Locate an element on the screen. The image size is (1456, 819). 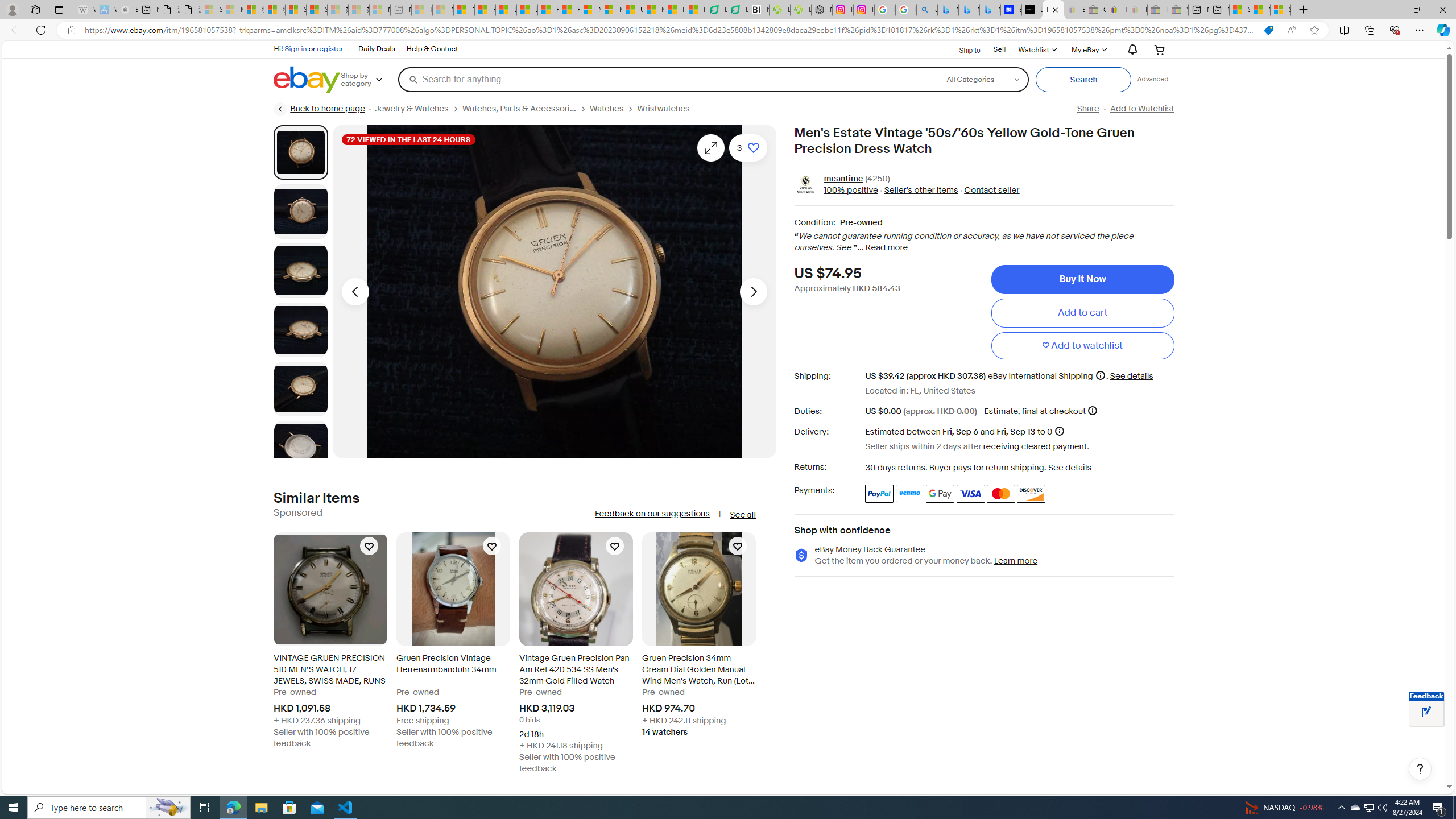
'Add to cart' is located at coordinates (1082, 312).